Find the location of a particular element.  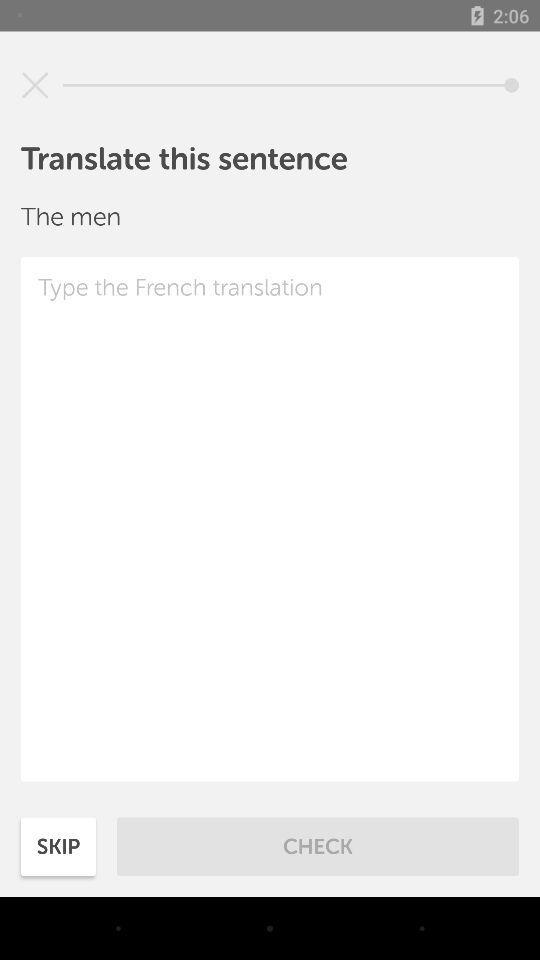

the skip is located at coordinates (58, 845).